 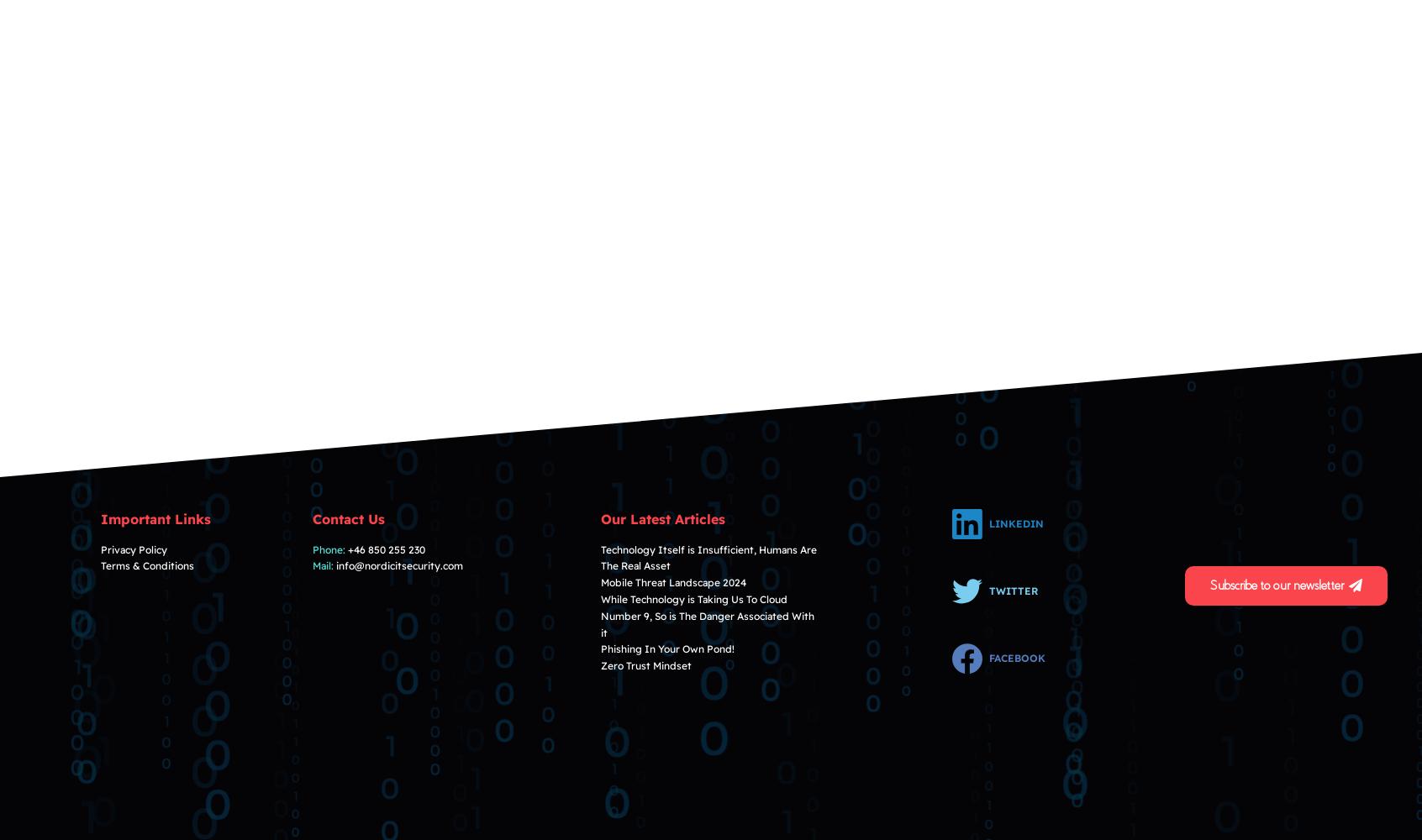 What do you see at coordinates (599, 581) in the screenshot?
I see `'Mobile Threat Landscape 2024'` at bounding box center [599, 581].